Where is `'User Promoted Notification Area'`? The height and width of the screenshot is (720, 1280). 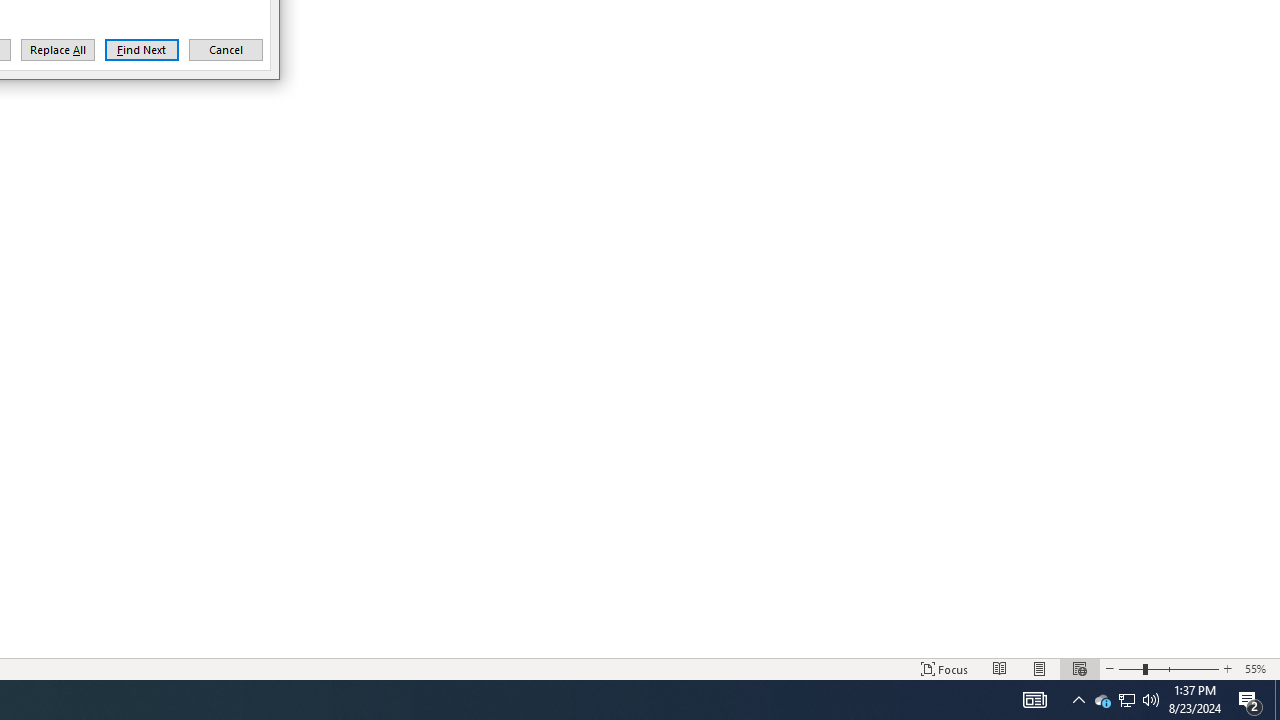
'User Promoted Notification Area' is located at coordinates (1127, 698).